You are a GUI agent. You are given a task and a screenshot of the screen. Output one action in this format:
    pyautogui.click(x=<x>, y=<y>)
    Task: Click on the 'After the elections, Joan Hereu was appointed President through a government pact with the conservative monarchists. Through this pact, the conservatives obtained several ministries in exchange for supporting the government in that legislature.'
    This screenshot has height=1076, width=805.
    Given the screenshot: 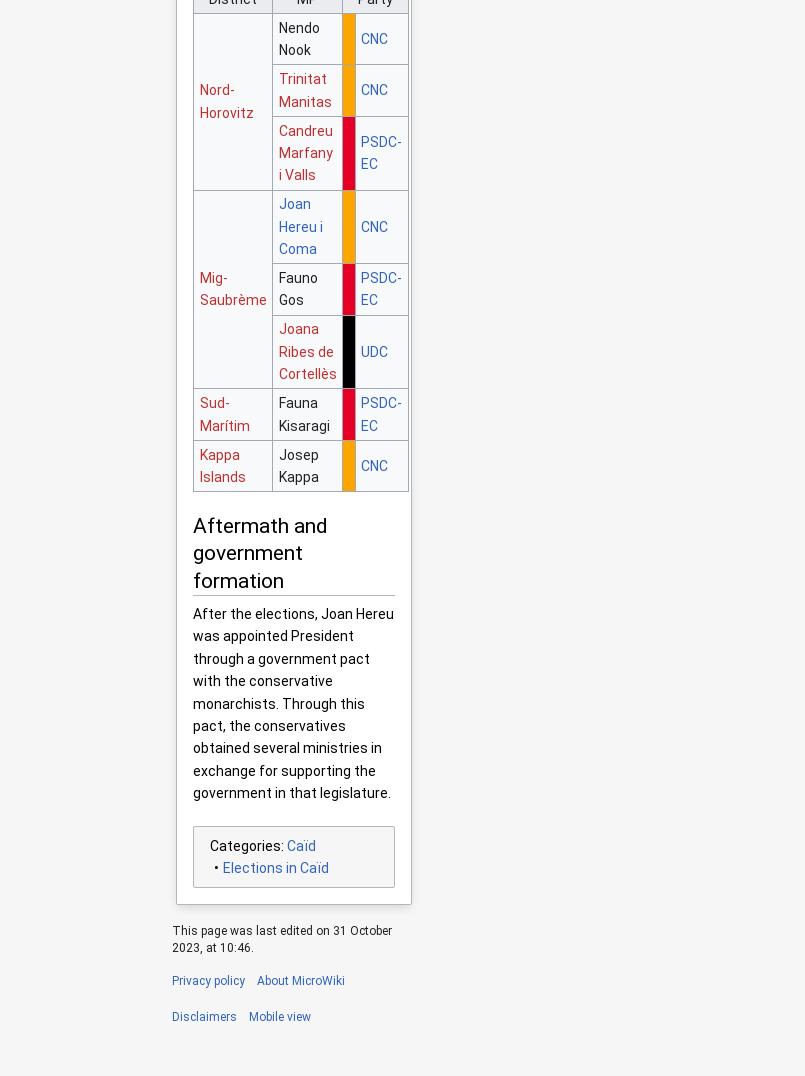 What is the action you would take?
    pyautogui.click(x=292, y=703)
    